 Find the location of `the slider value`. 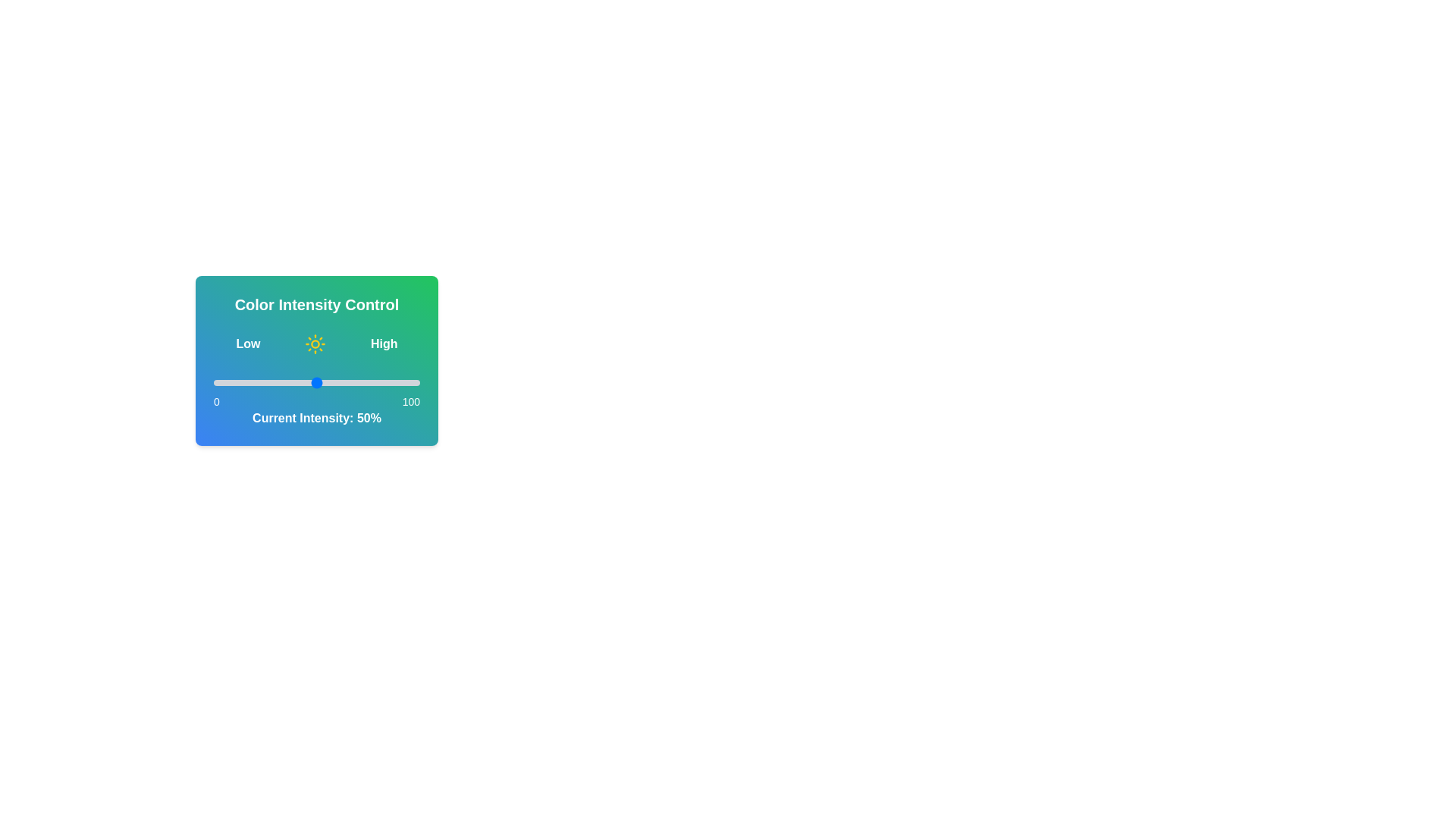

the slider value is located at coordinates (345, 382).